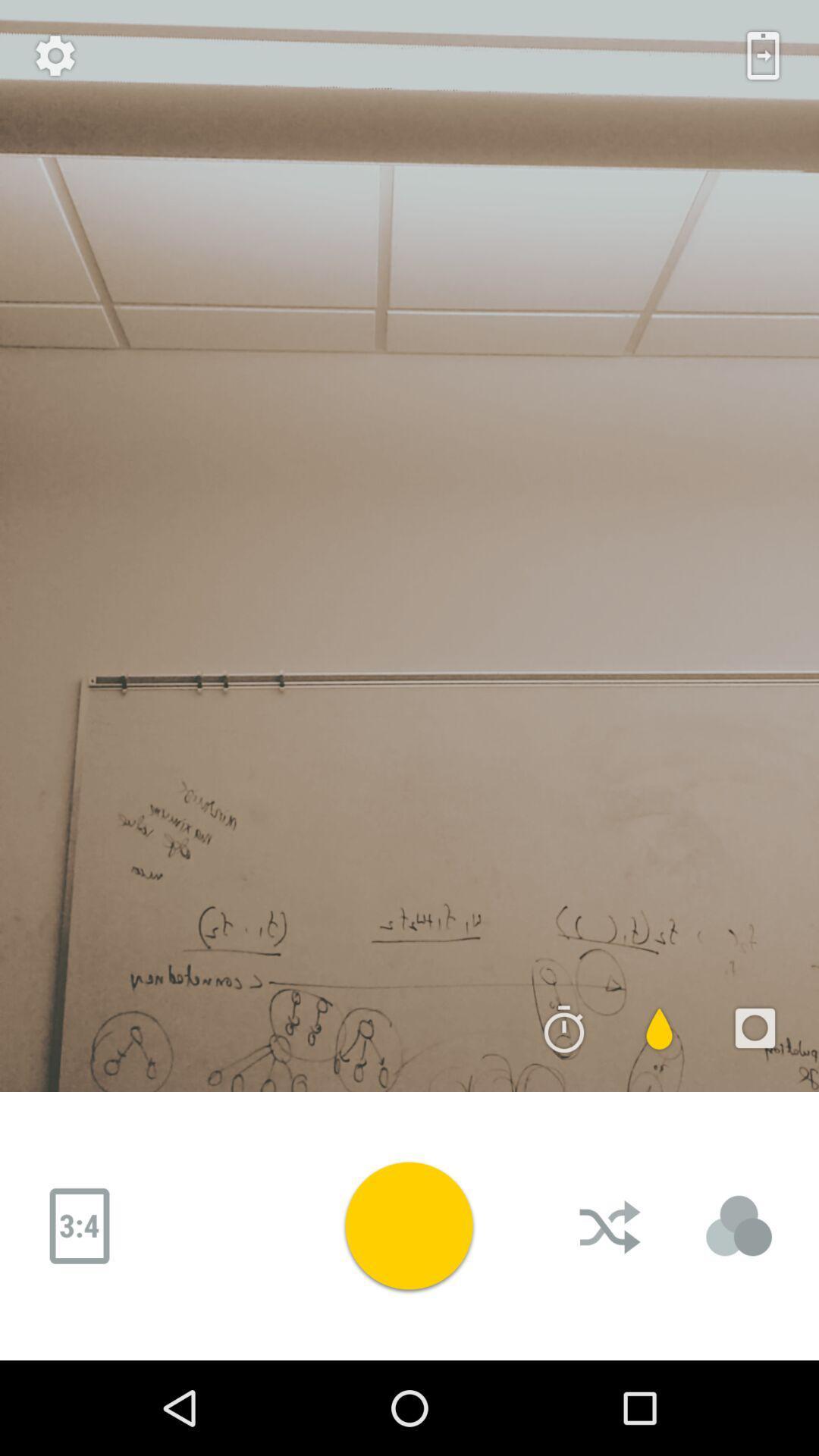  I want to click on the play butten, so click(408, 1225).